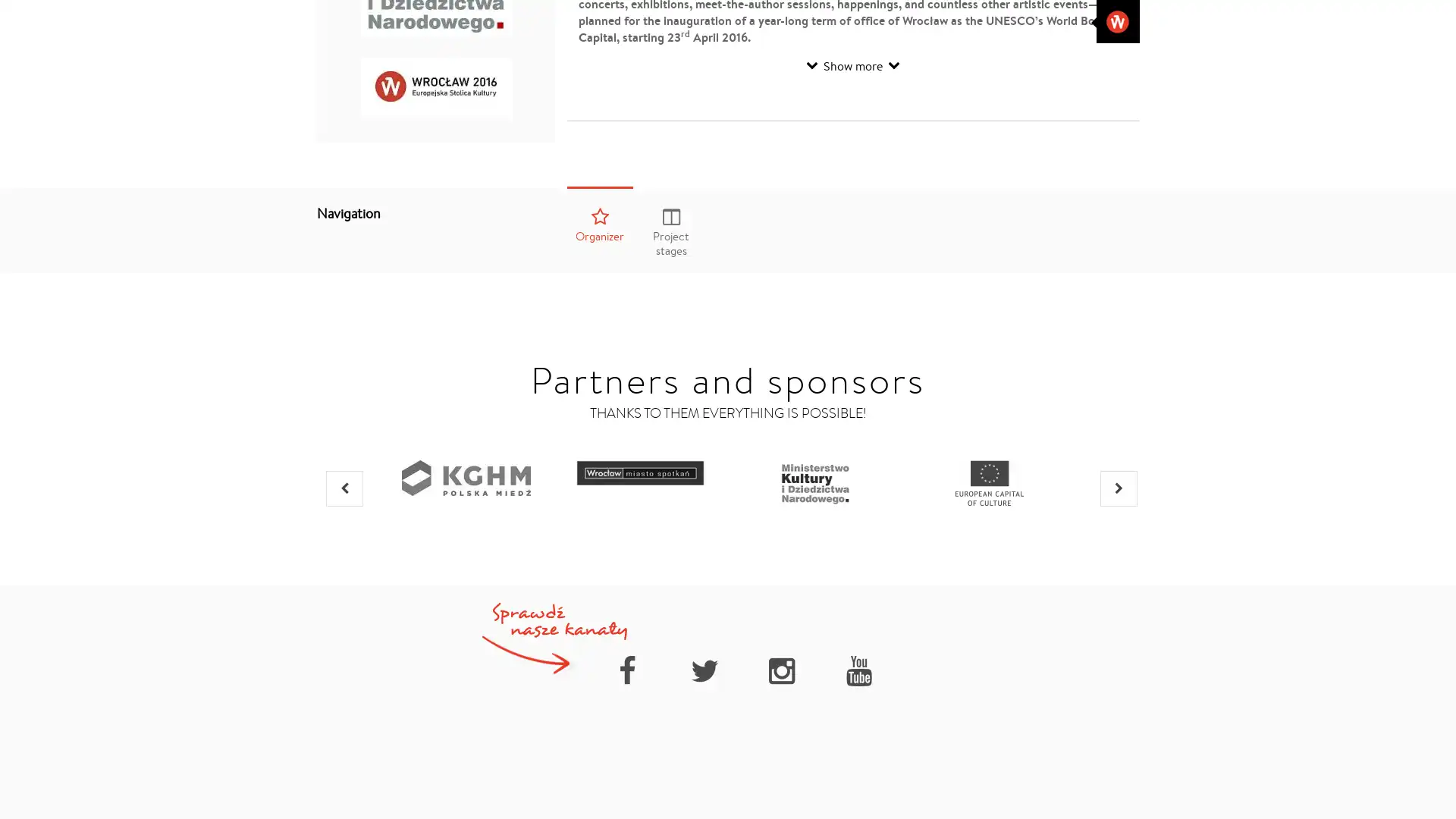  Describe the element at coordinates (852, 64) in the screenshot. I see `Show more` at that location.